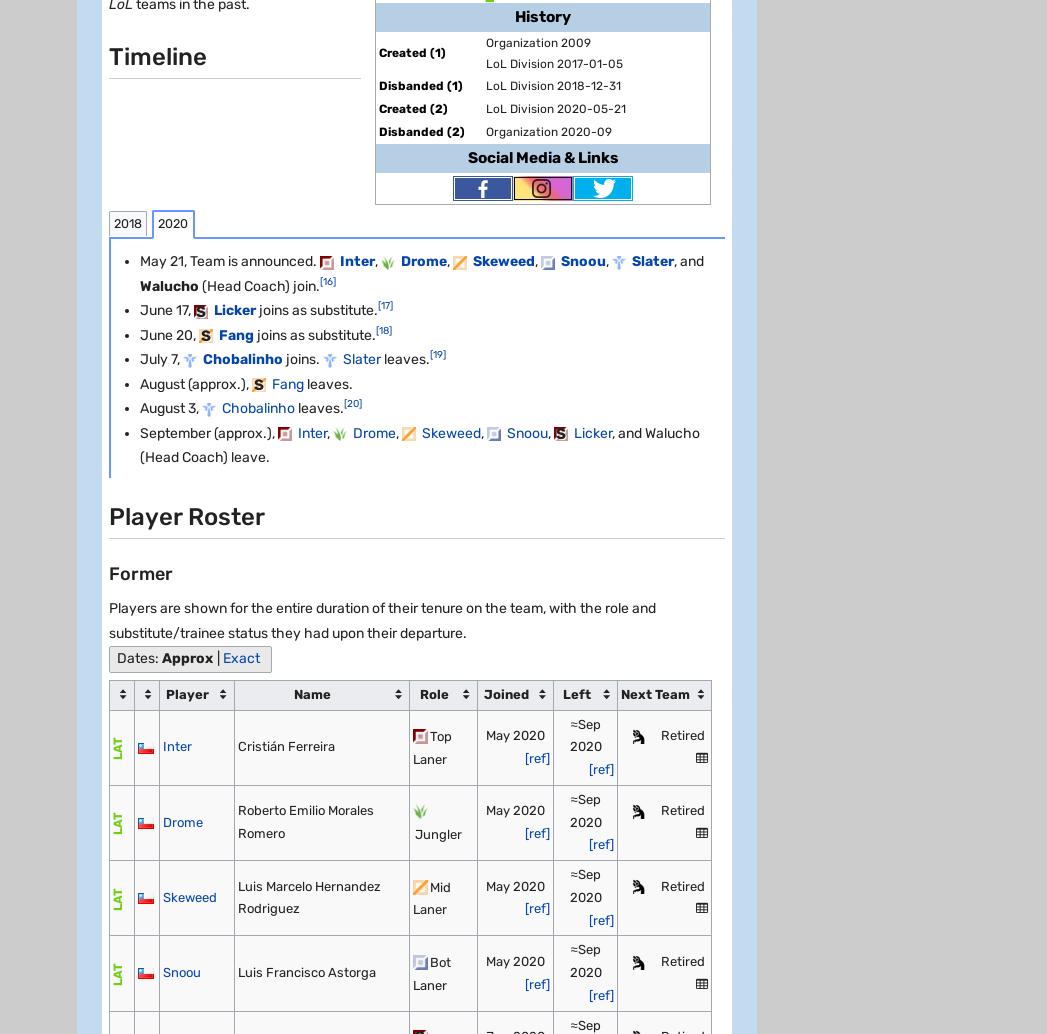 The height and width of the screenshot is (1034, 1047). What do you see at coordinates (479, 826) in the screenshot?
I see `'Global Sitemap'` at bounding box center [479, 826].